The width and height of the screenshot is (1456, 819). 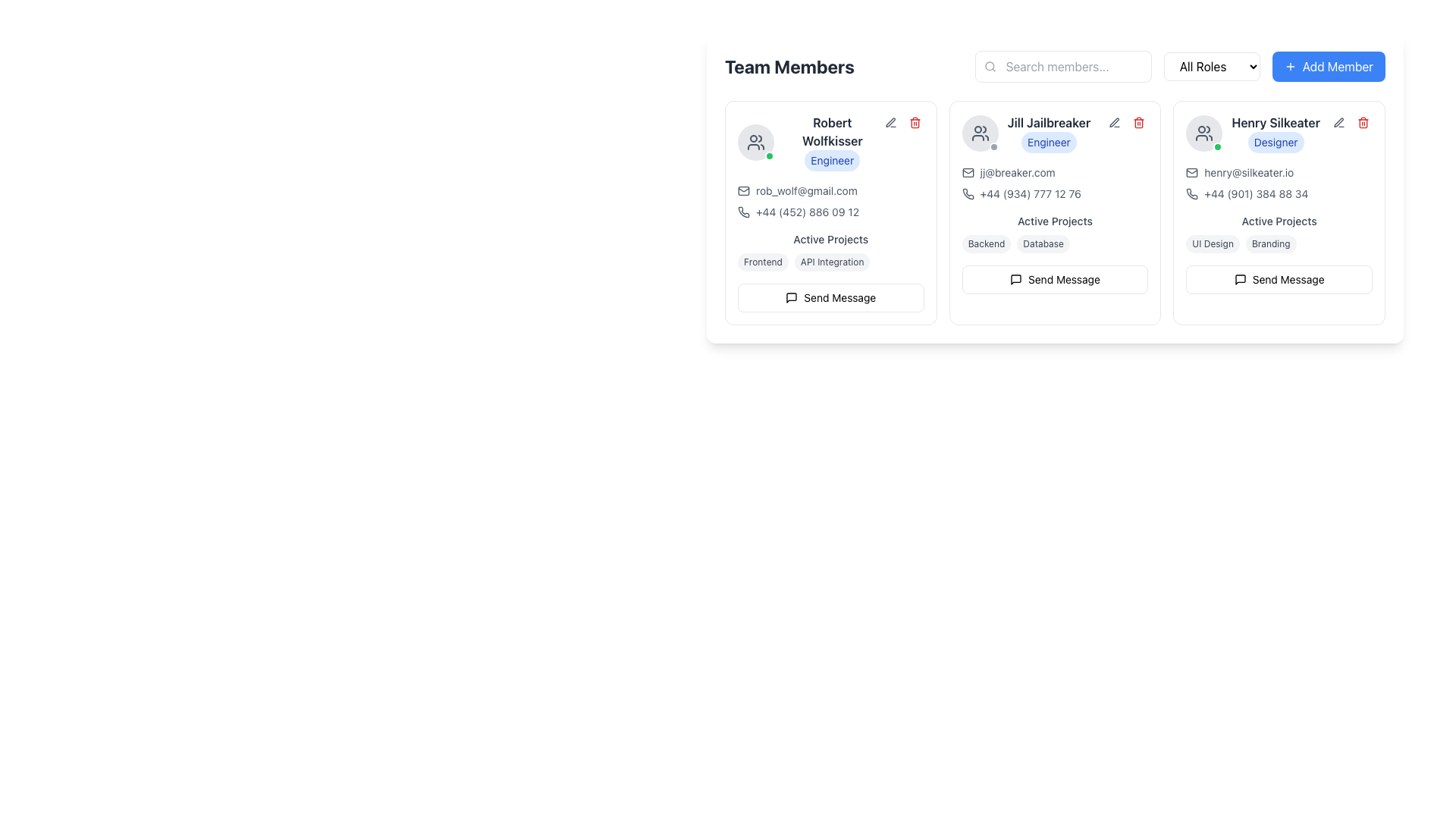 I want to click on the email address located in the informational card for 'Robert Wolfkisser' under the 'Team Members' section, so click(x=830, y=201).